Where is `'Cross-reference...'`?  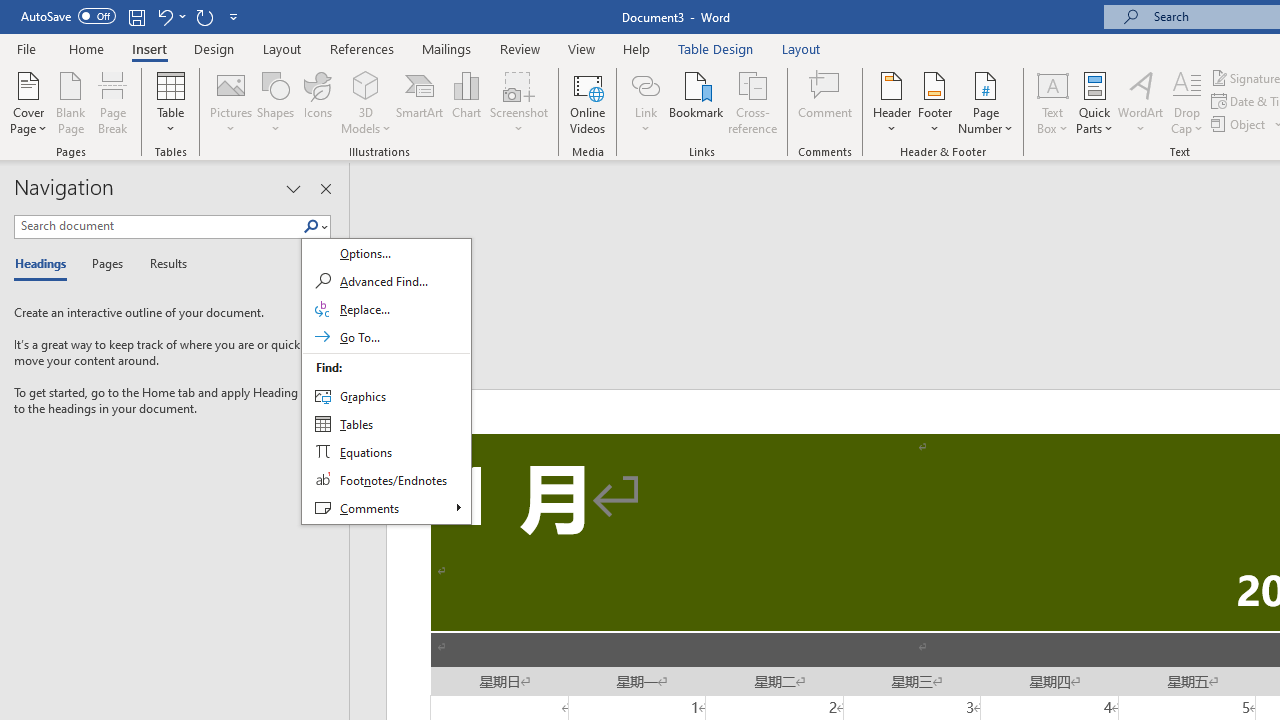
'Cross-reference...' is located at coordinates (751, 103).